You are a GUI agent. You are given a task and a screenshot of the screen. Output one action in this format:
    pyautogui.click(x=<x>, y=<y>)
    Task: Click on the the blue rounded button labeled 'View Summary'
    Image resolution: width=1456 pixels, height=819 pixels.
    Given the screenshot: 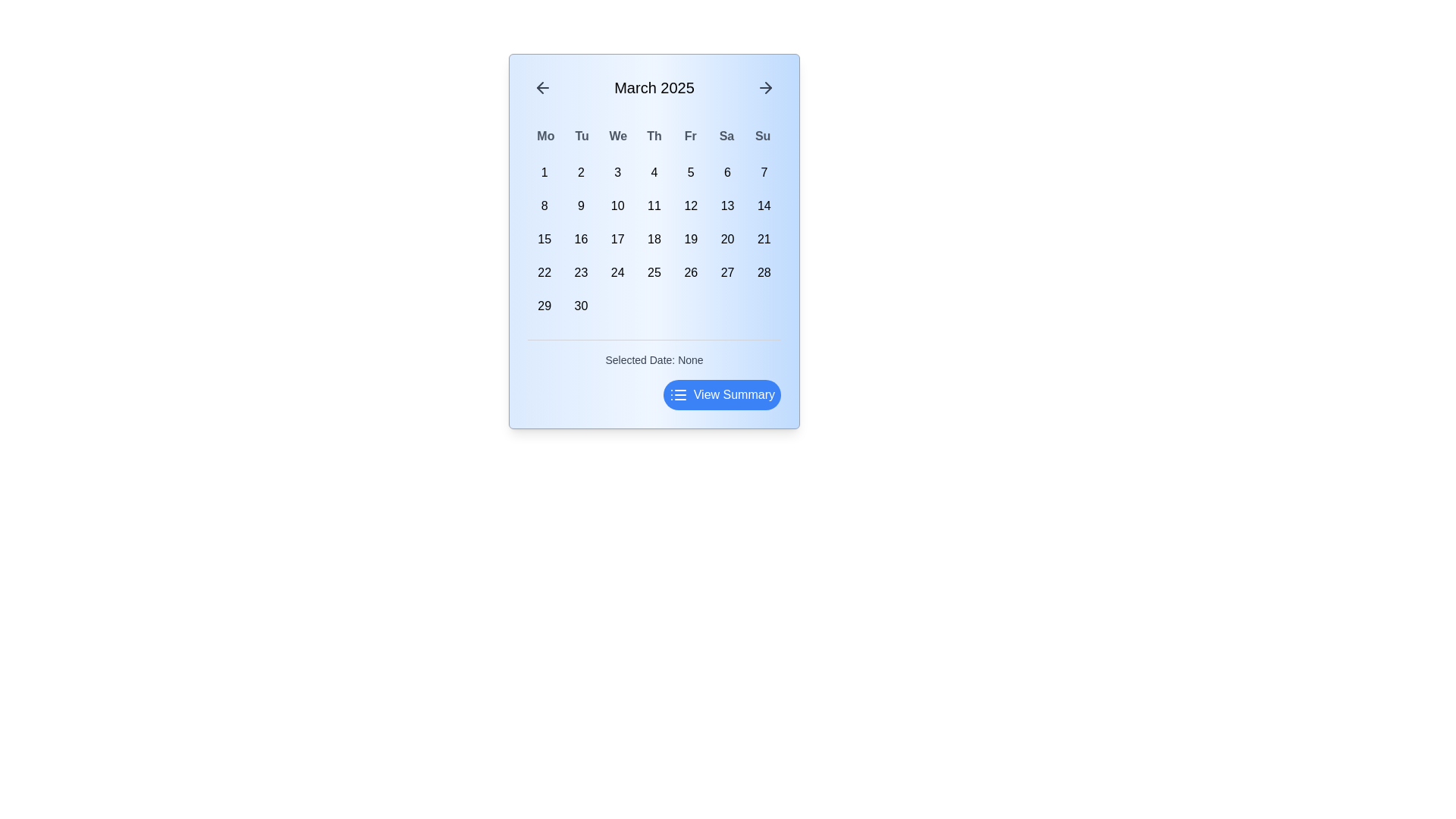 What is the action you would take?
    pyautogui.click(x=654, y=394)
    